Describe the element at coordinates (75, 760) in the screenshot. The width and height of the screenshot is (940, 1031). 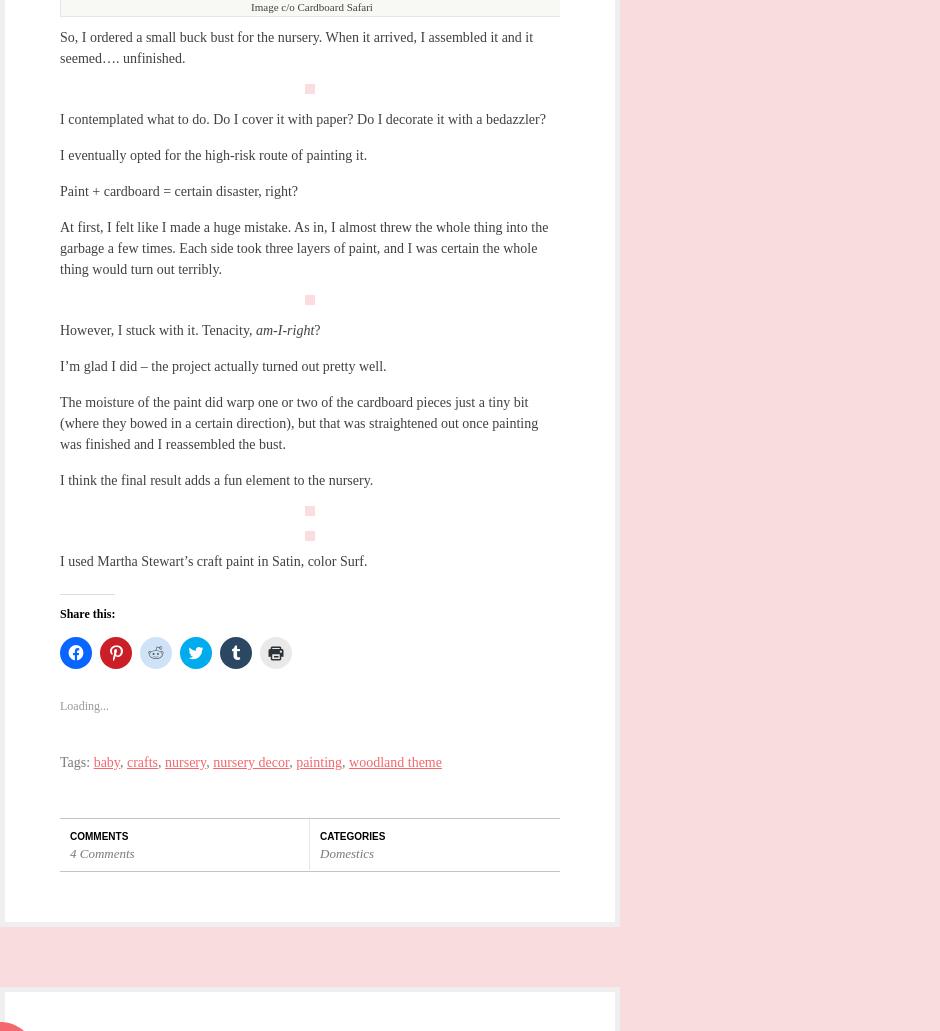
I see `'Tags:'` at that location.